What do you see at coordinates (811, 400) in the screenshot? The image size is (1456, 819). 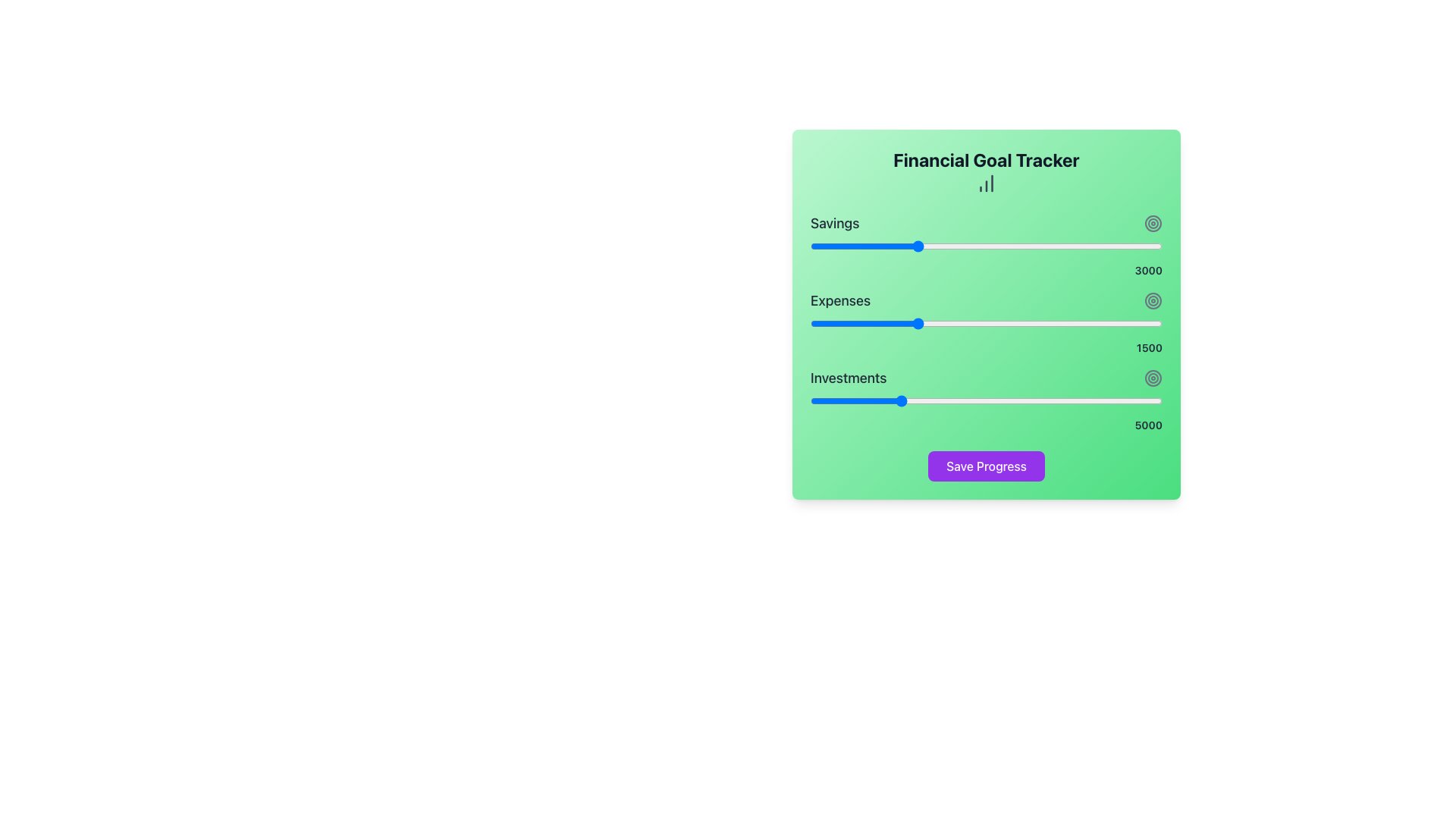 I see `the investment goal` at bounding box center [811, 400].